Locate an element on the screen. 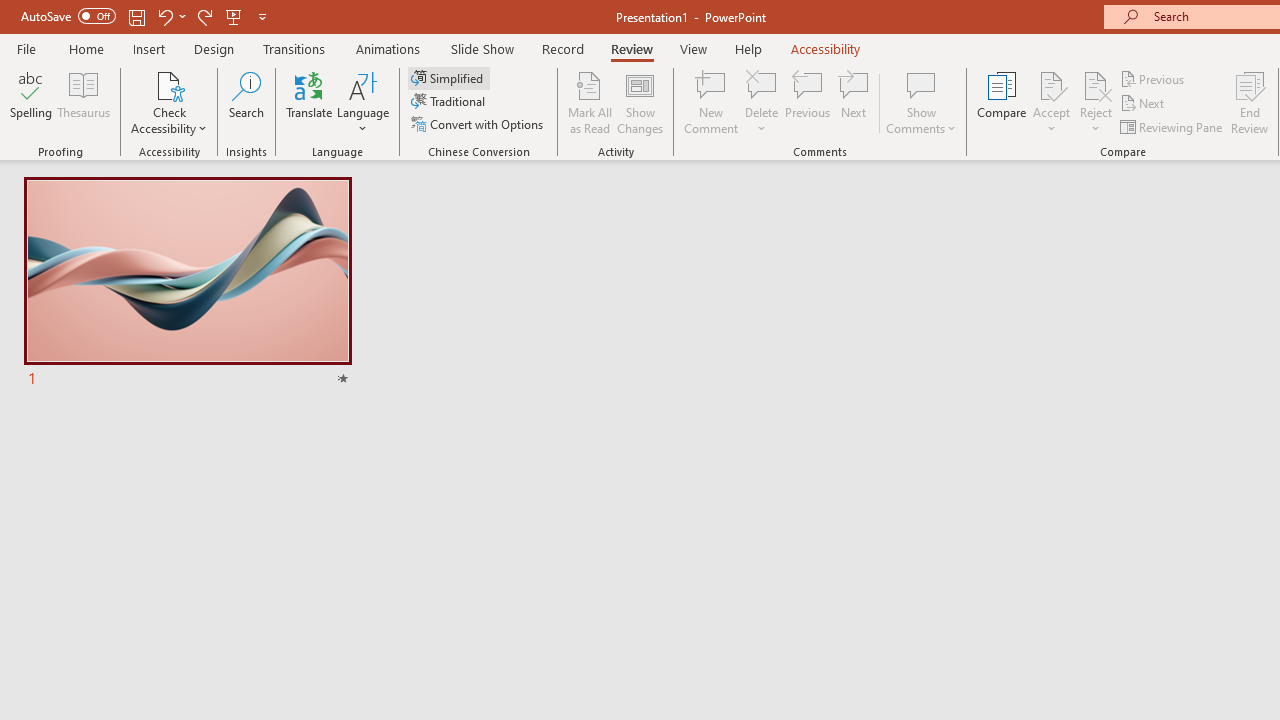 The height and width of the screenshot is (720, 1280). 'Reject' is located at coordinates (1095, 103).